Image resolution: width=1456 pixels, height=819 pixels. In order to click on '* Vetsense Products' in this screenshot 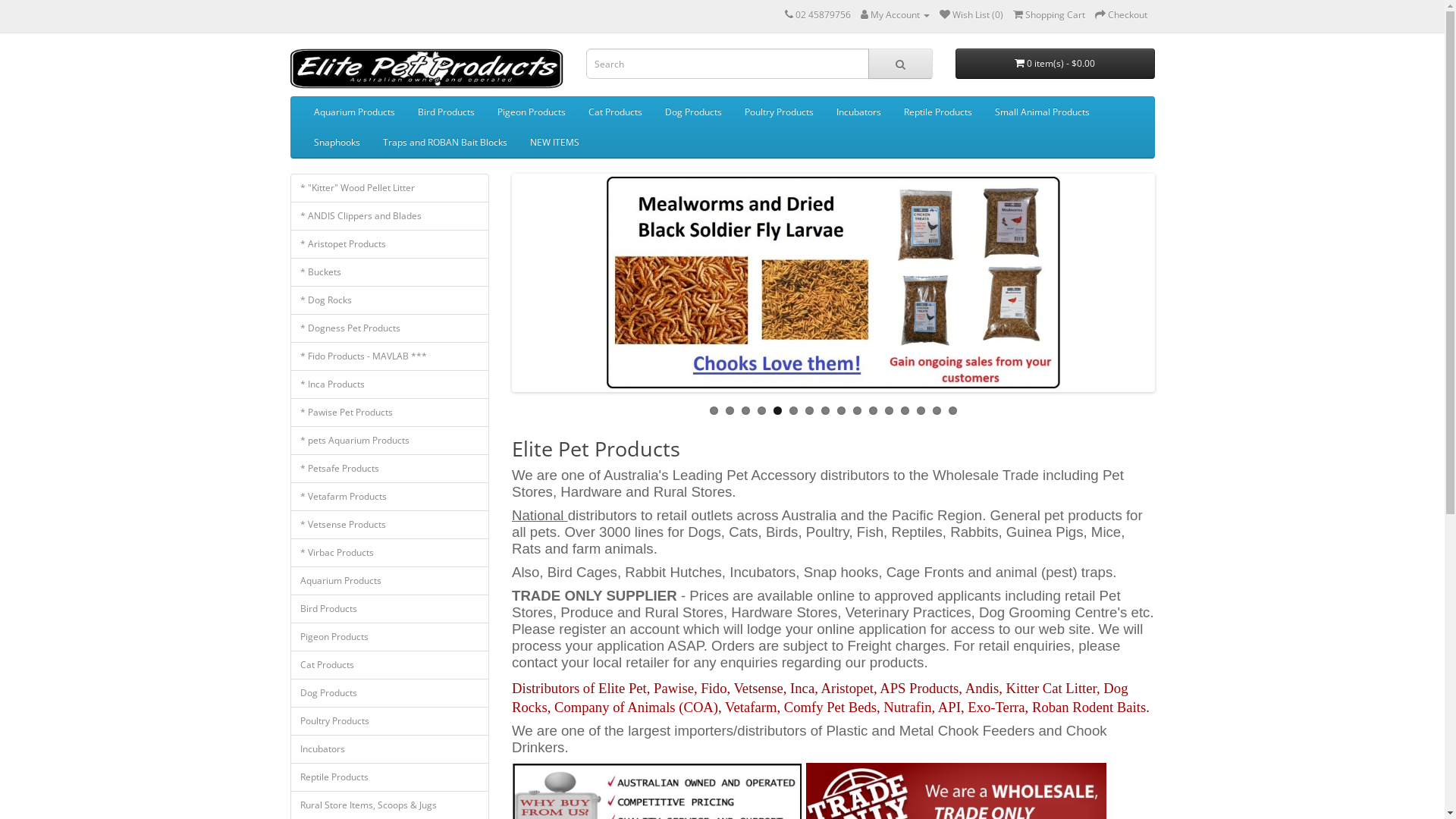, I will do `click(389, 522)`.